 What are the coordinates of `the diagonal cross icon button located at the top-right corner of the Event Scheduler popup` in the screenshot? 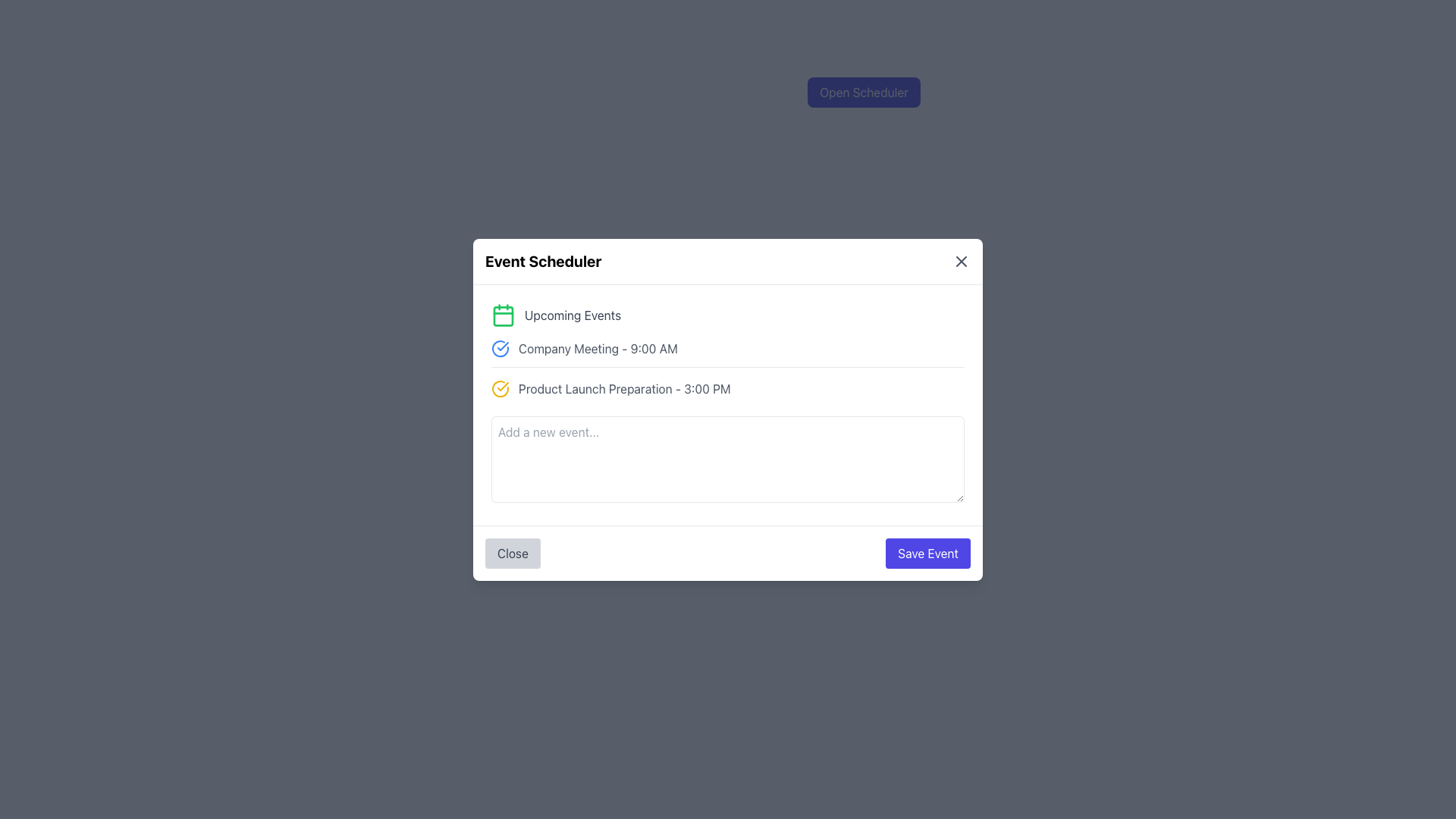 It's located at (960, 259).